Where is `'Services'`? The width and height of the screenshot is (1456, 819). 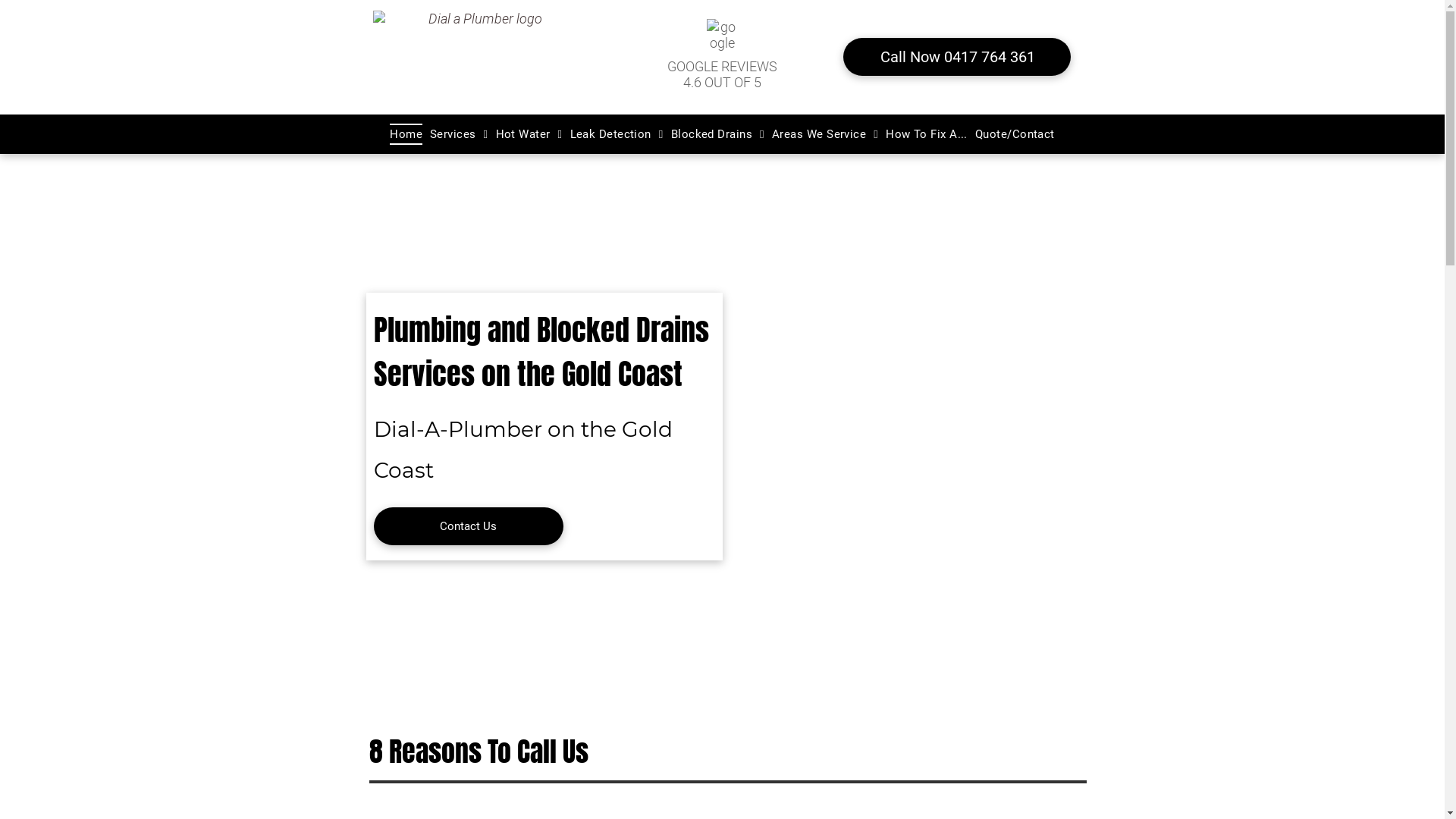 'Services' is located at coordinates (458, 133).